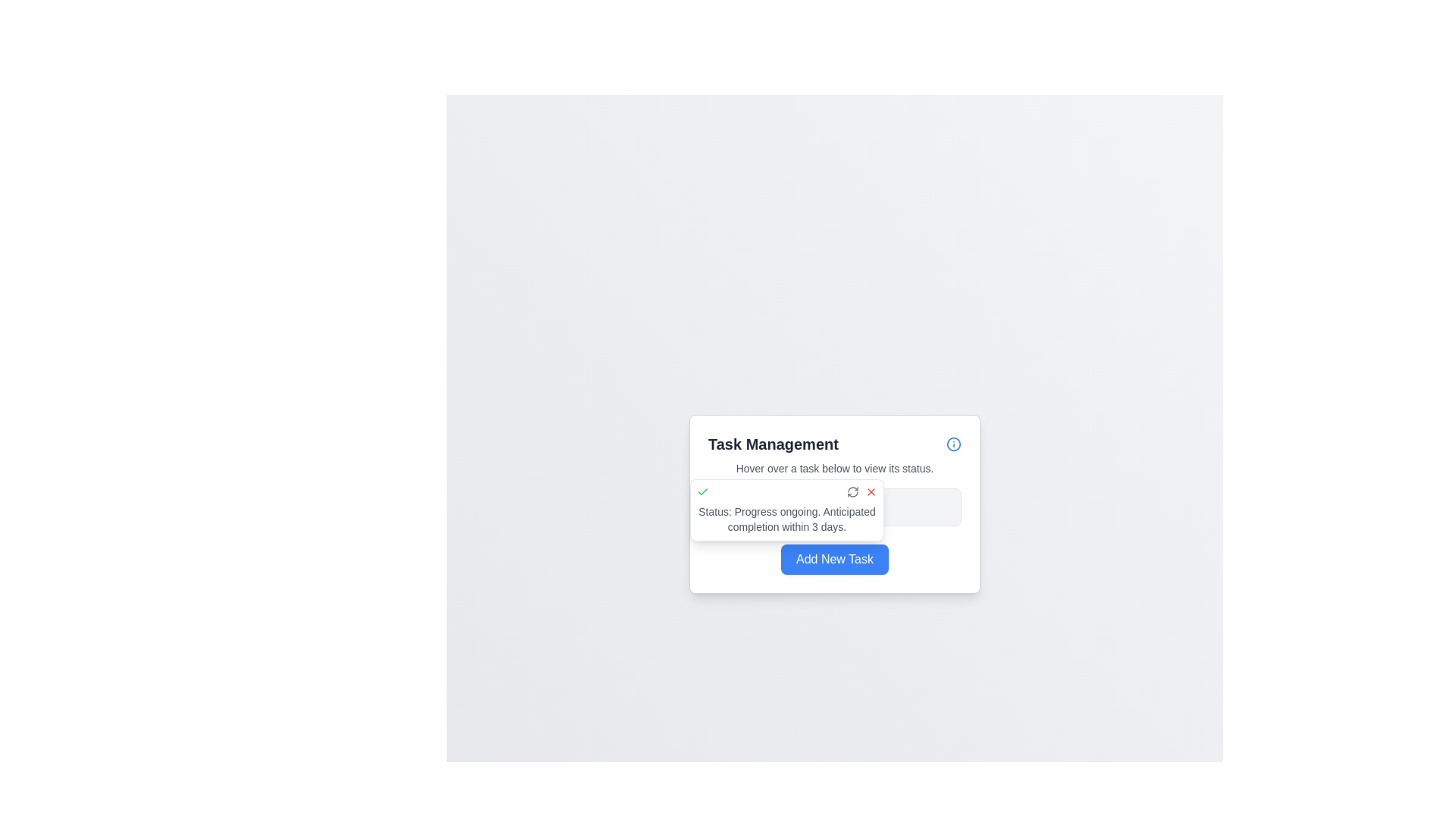 Image resolution: width=1456 pixels, height=819 pixels. I want to click on the static informational text that conveys the status of an ongoing task, so click(786, 519).